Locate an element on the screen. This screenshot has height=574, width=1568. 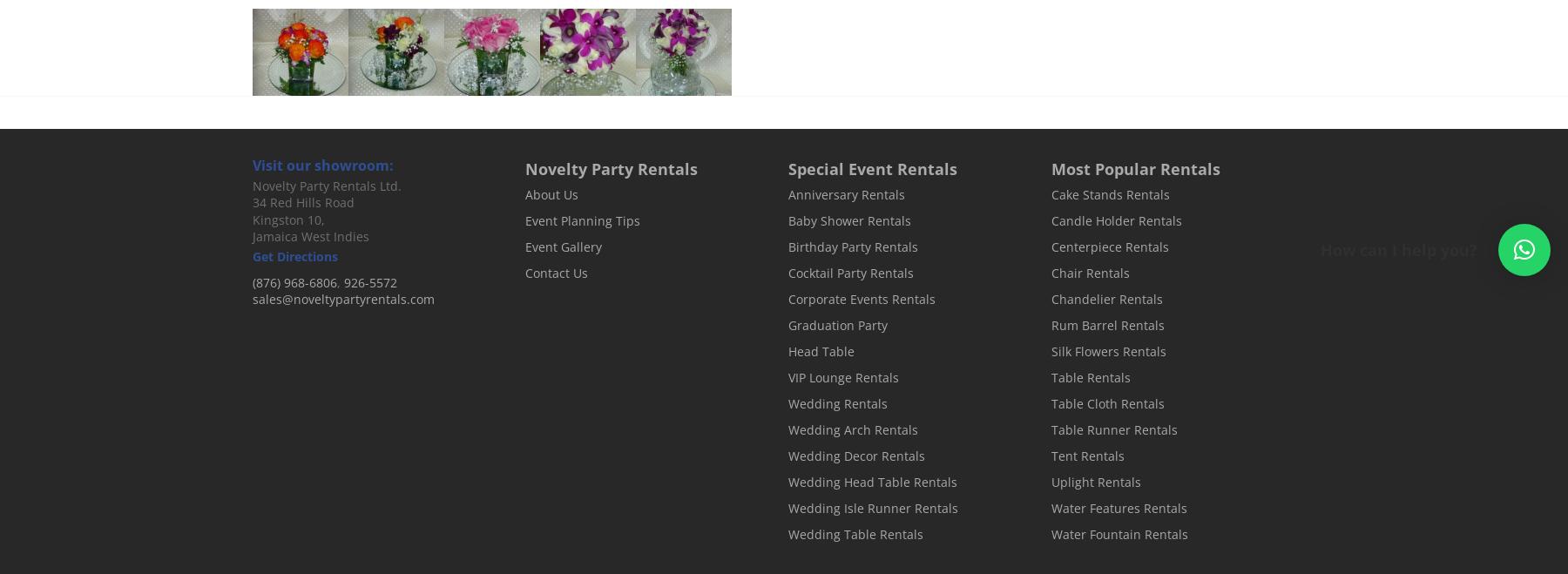
'Jamaica West Indies' is located at coordinates (251, 236).